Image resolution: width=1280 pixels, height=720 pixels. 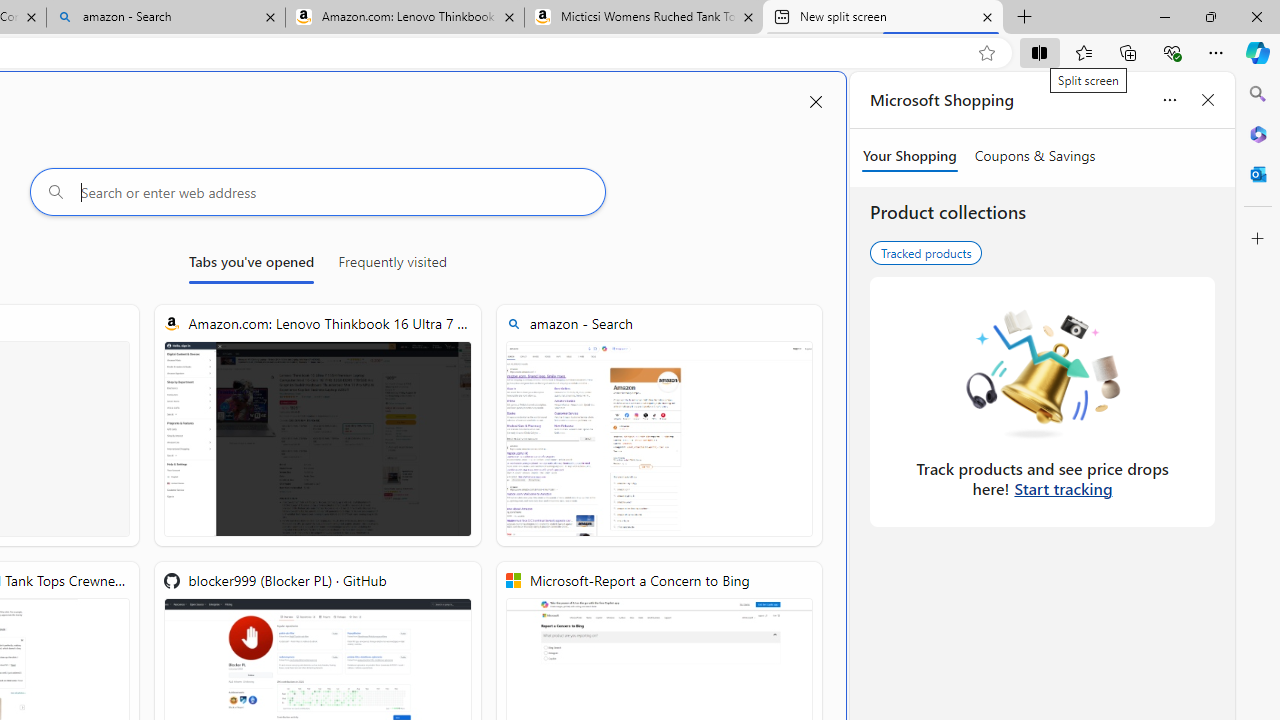 What do you see at coordinates (392, 265) in the screenshot?
I see `'Frequently visited'` at bounding box center [392, 265].